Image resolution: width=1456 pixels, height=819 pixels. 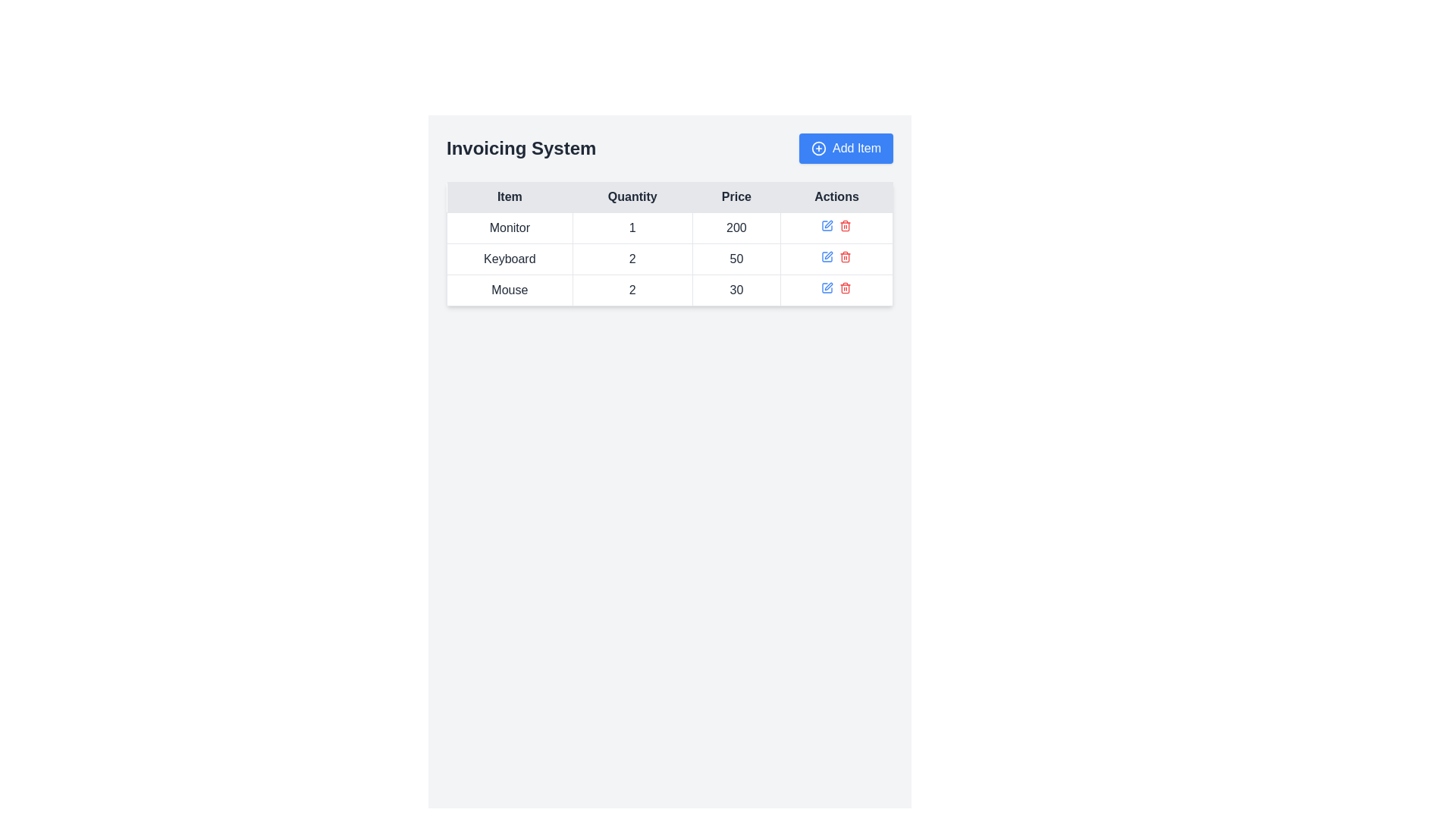 I want to click on the first row of the invoice table containing 'Monitor', which is aligned with the columns for 'Quantity' and 'Price', so click(x=669, y=227).